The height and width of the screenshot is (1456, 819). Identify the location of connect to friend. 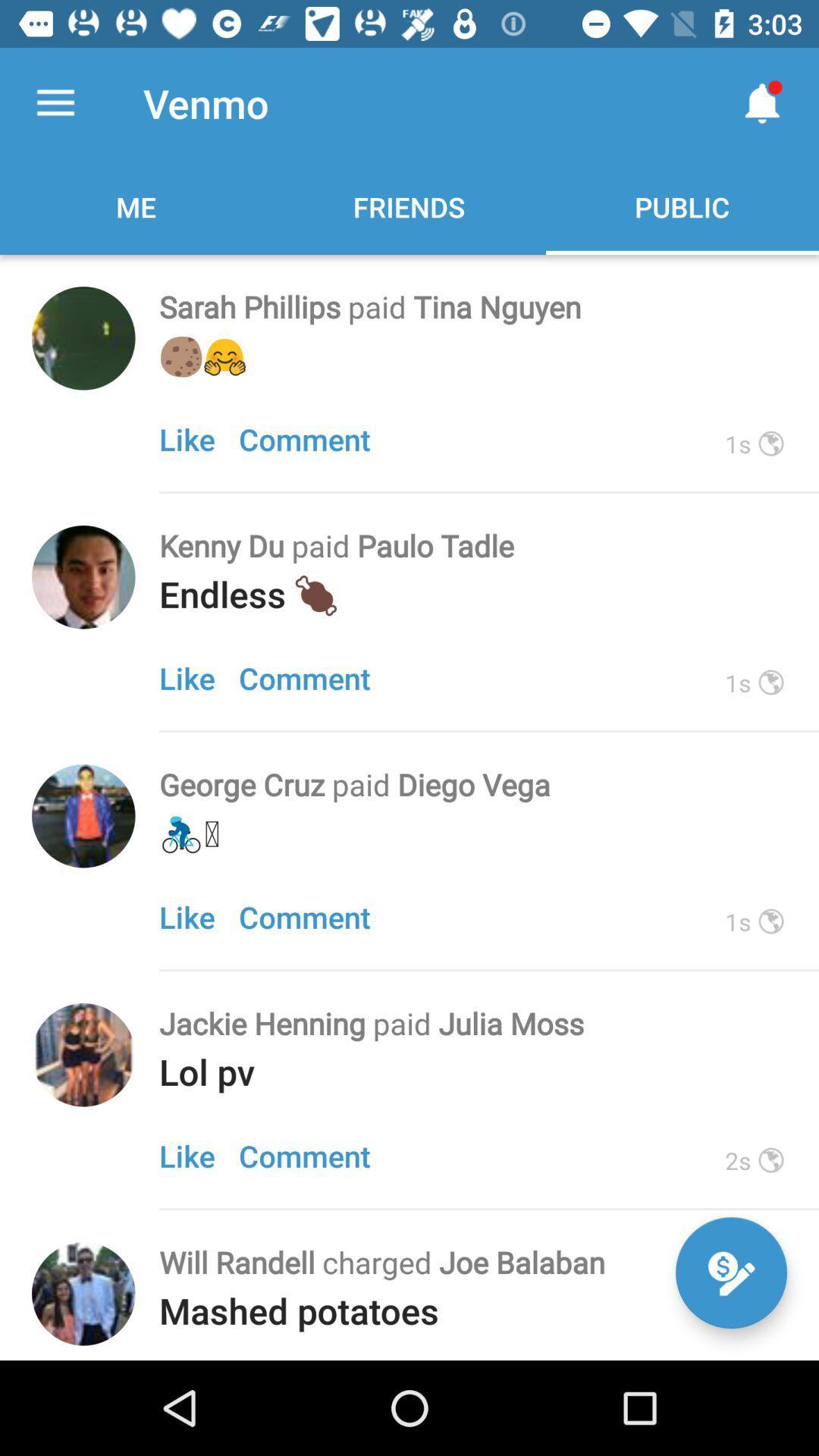
(83, 1293).